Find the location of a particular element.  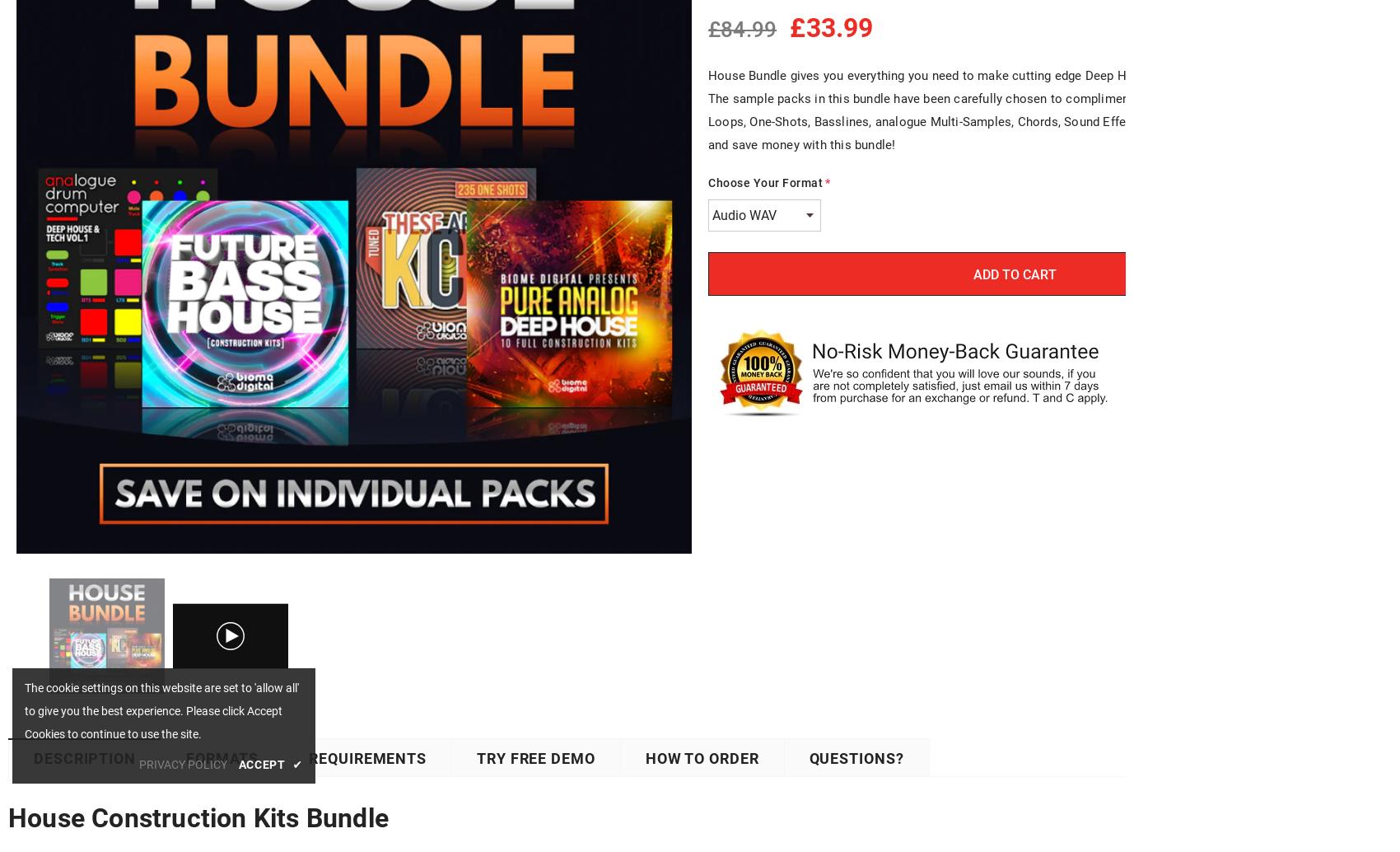

'£33.99' is located at coordinates (830, 28).